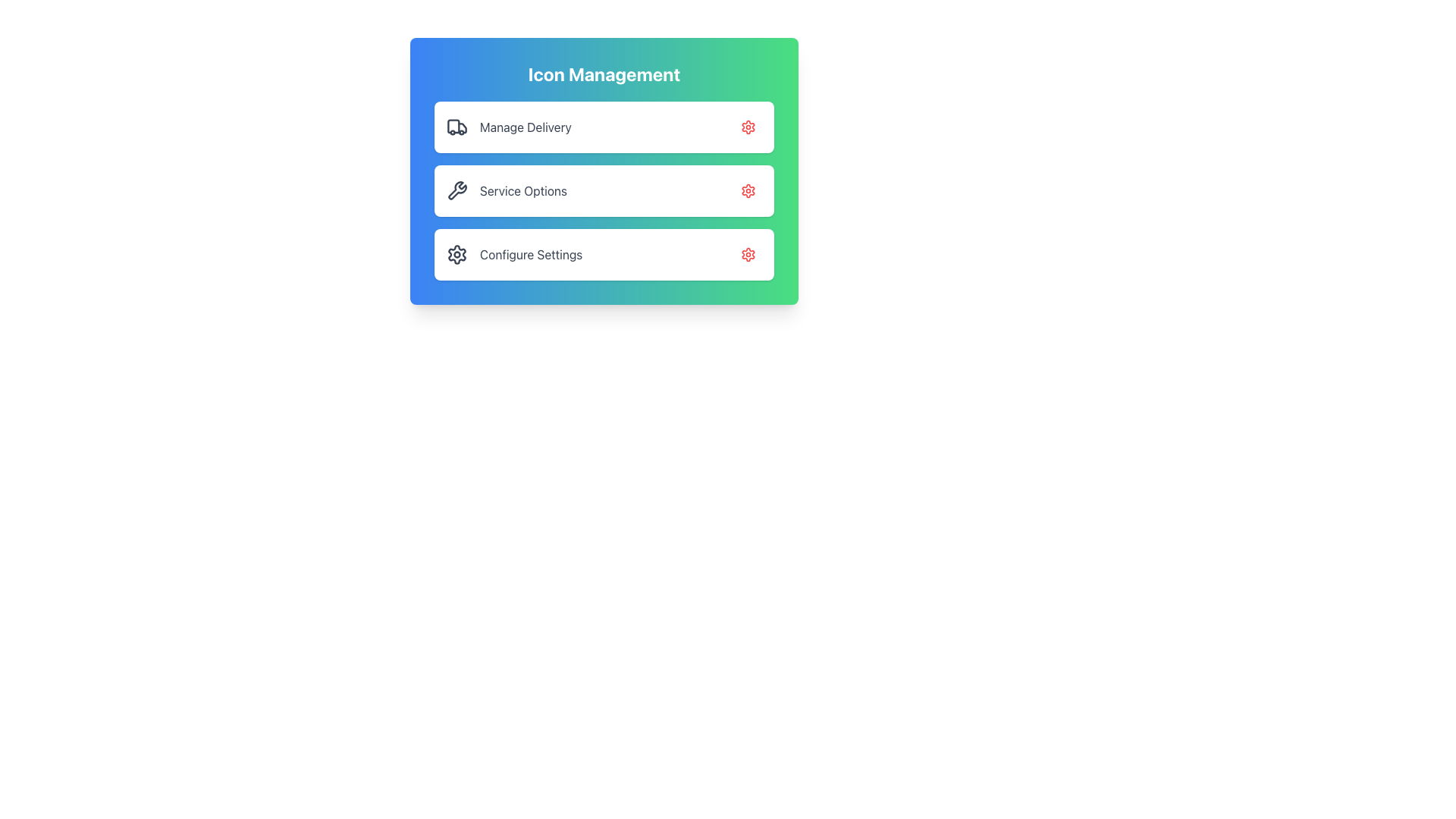 The height and width of the screenshot is (819, 1456). I want to click on the circular red gear icon button located in the 'Service Options' section, so click(748, 190).